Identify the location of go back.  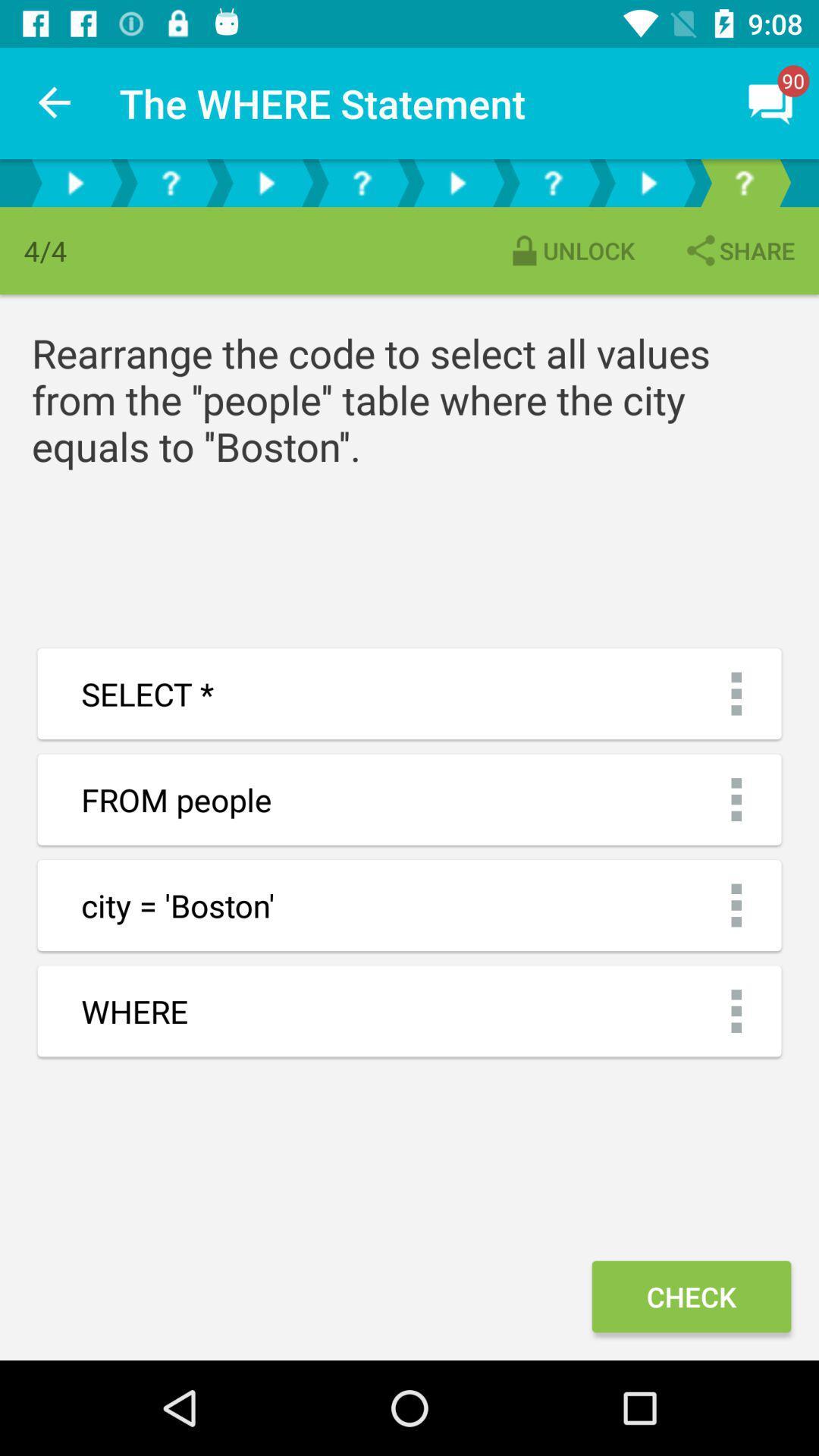
(170, 182).